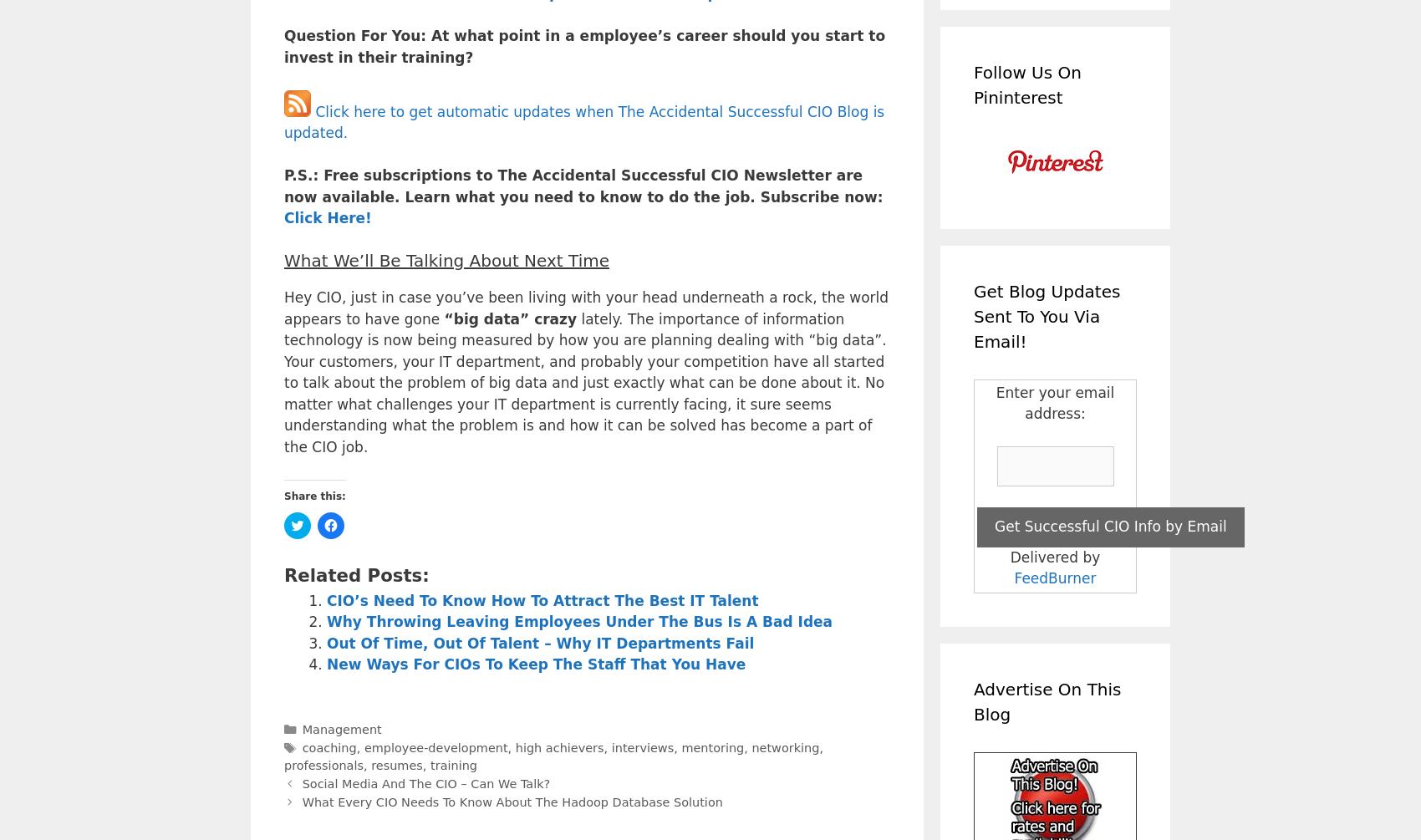  Describe the element at coordinates (584, 122) in the screenshot. I see `'Click here to get automatic updates when The Accidental Successful CIO Blog is updated.'` at that location.